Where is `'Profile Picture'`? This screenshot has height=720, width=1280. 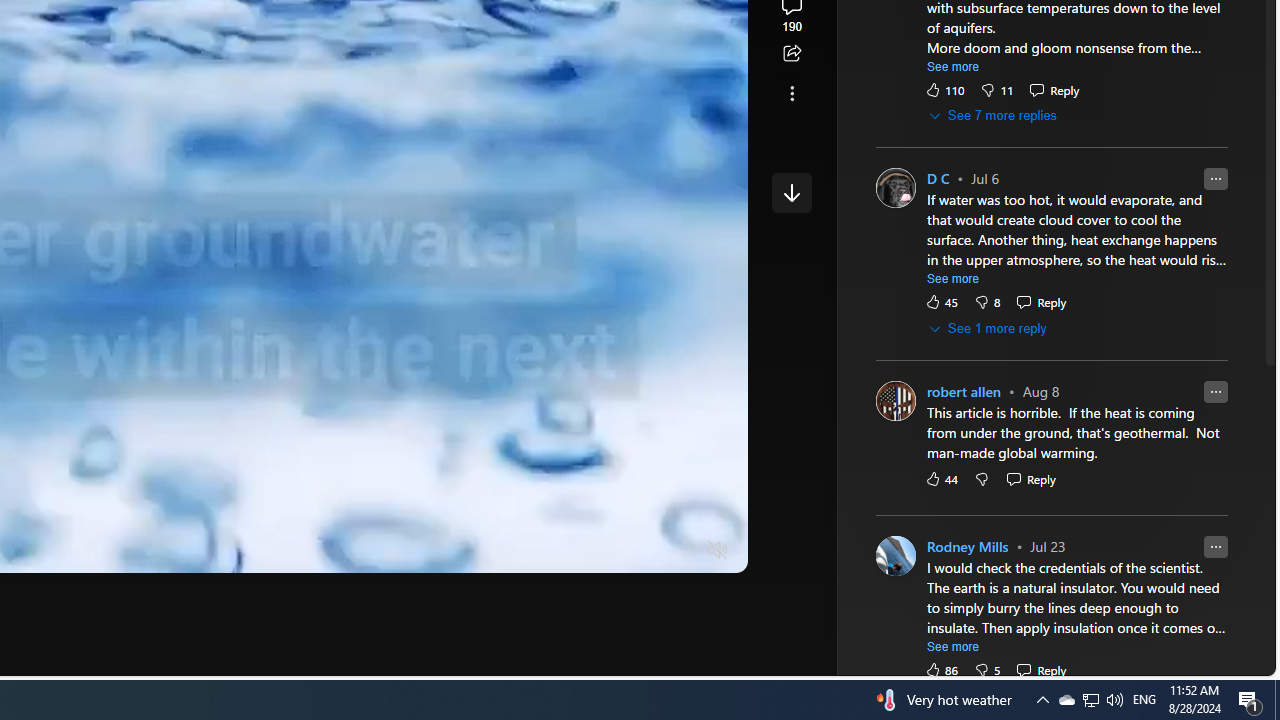
'Profile Picture' is located at coordinates (895, 556).